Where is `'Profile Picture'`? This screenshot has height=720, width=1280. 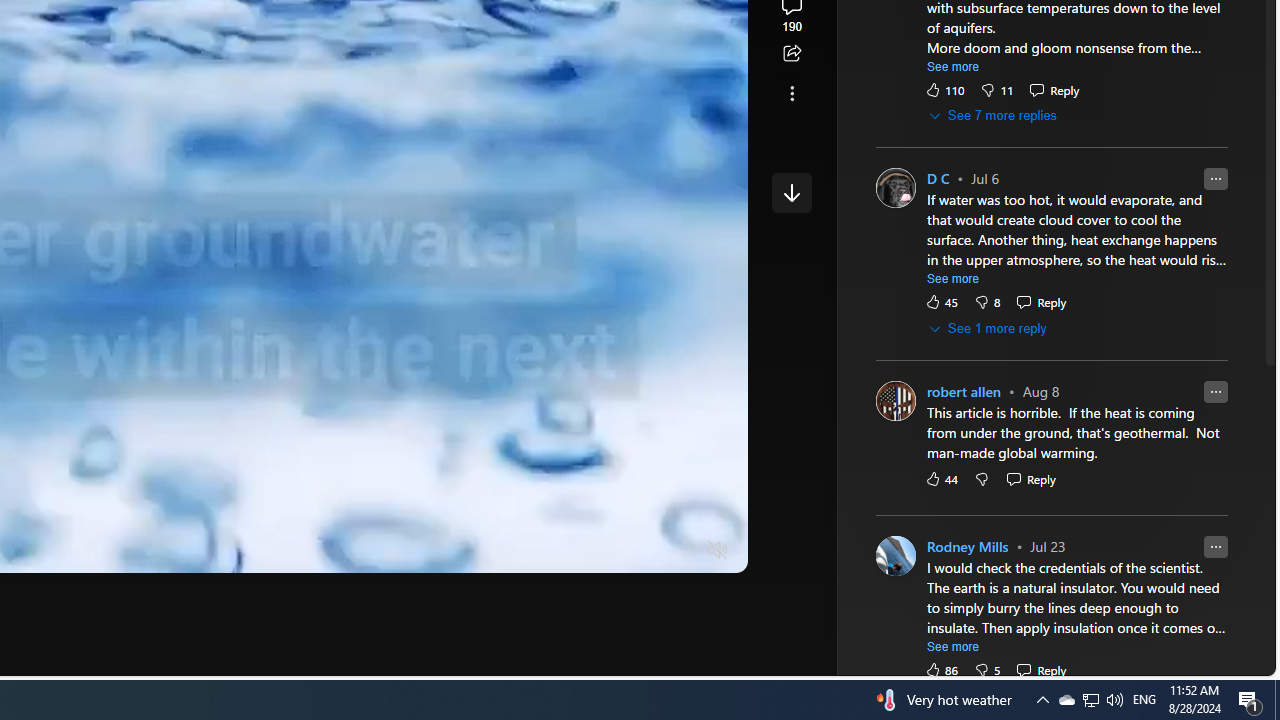
'Profile Picture' is located at coordinates (895, 556).